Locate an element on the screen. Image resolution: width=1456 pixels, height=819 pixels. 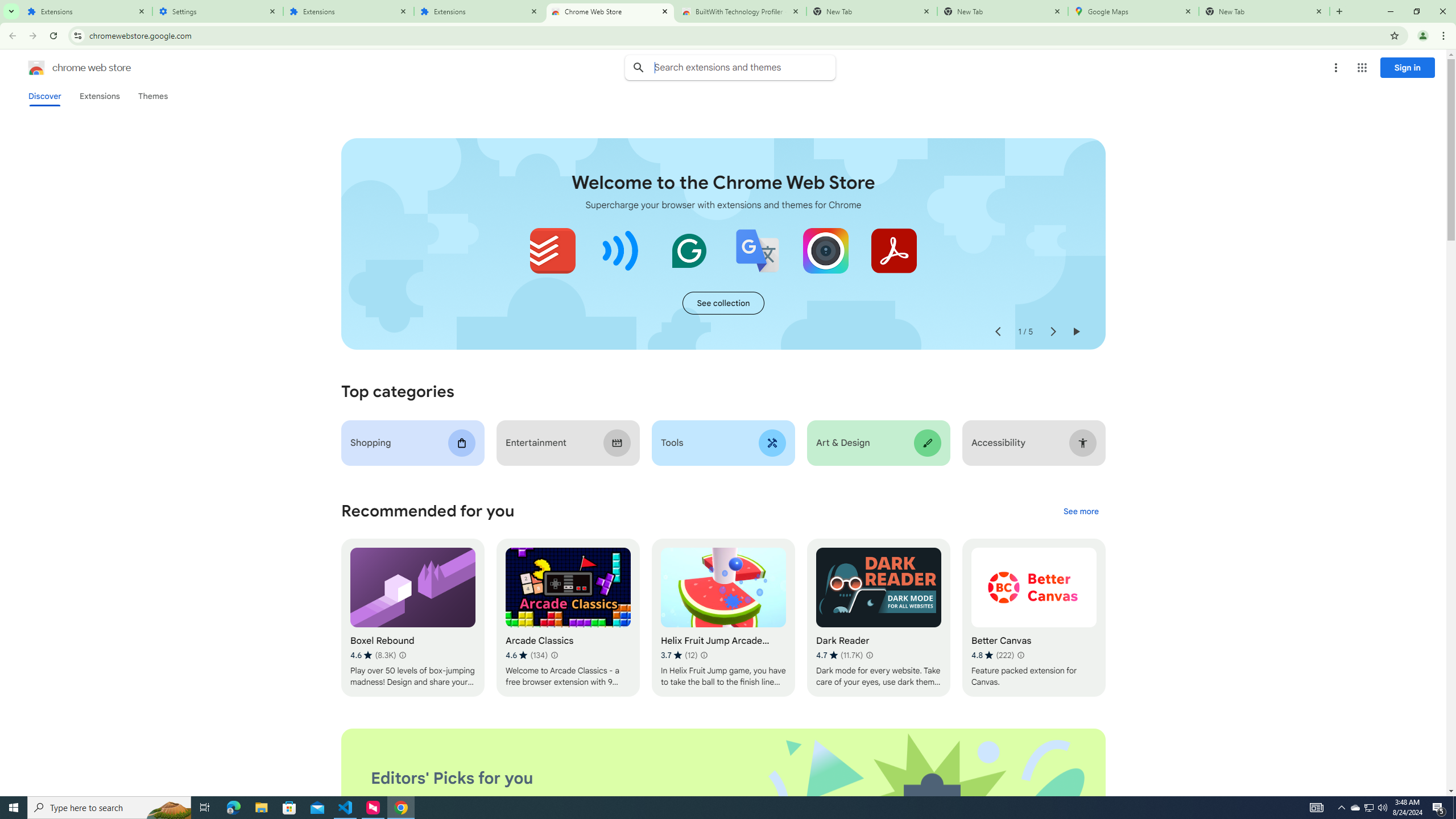
'Discover' is located at coordinates (44, 96).